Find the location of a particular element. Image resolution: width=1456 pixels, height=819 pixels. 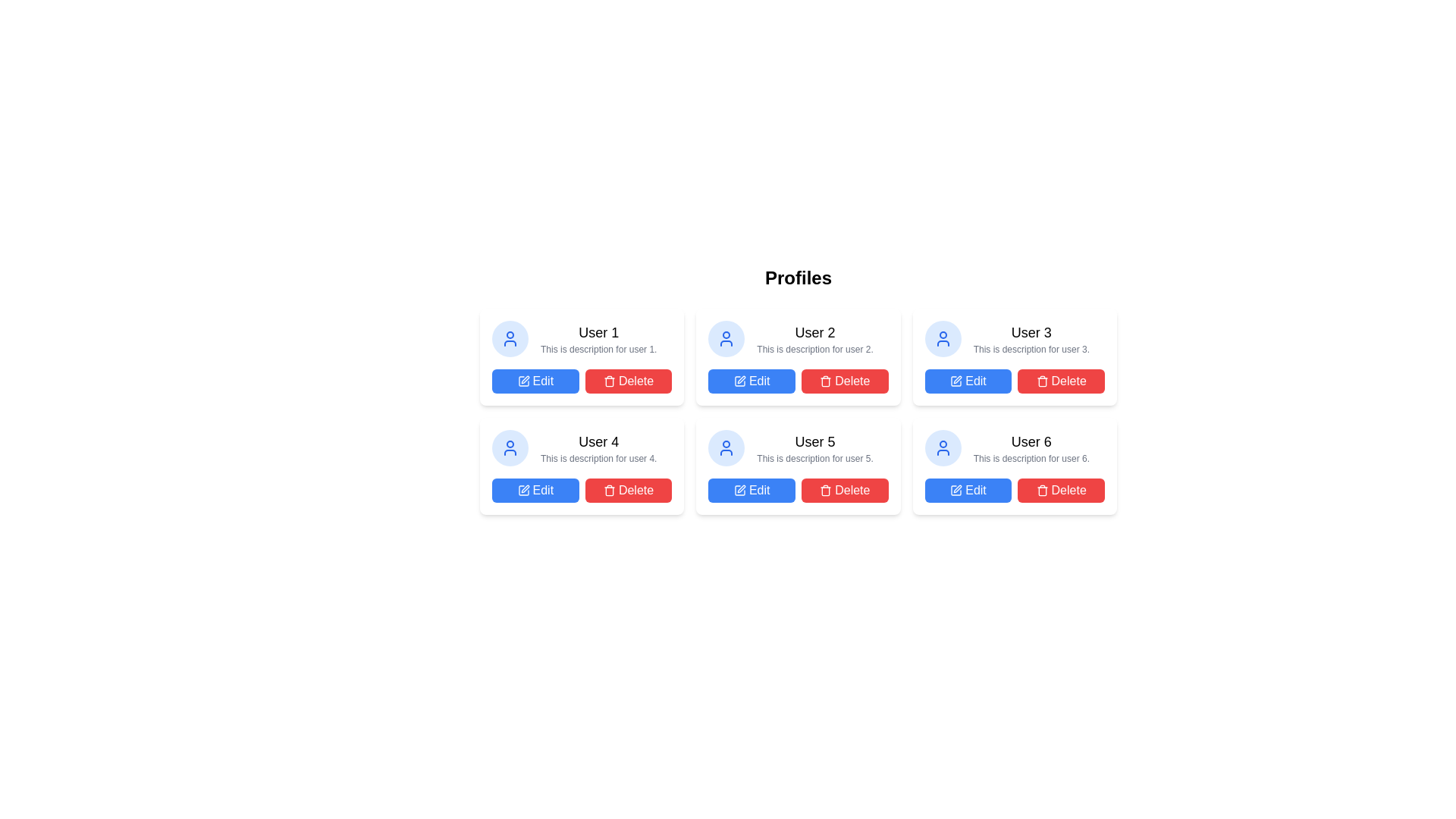

the 'Delete' button, which is a red button with a trash can icon, located at the bottom of the 'User 2' card is located at coordinates (797, 380).